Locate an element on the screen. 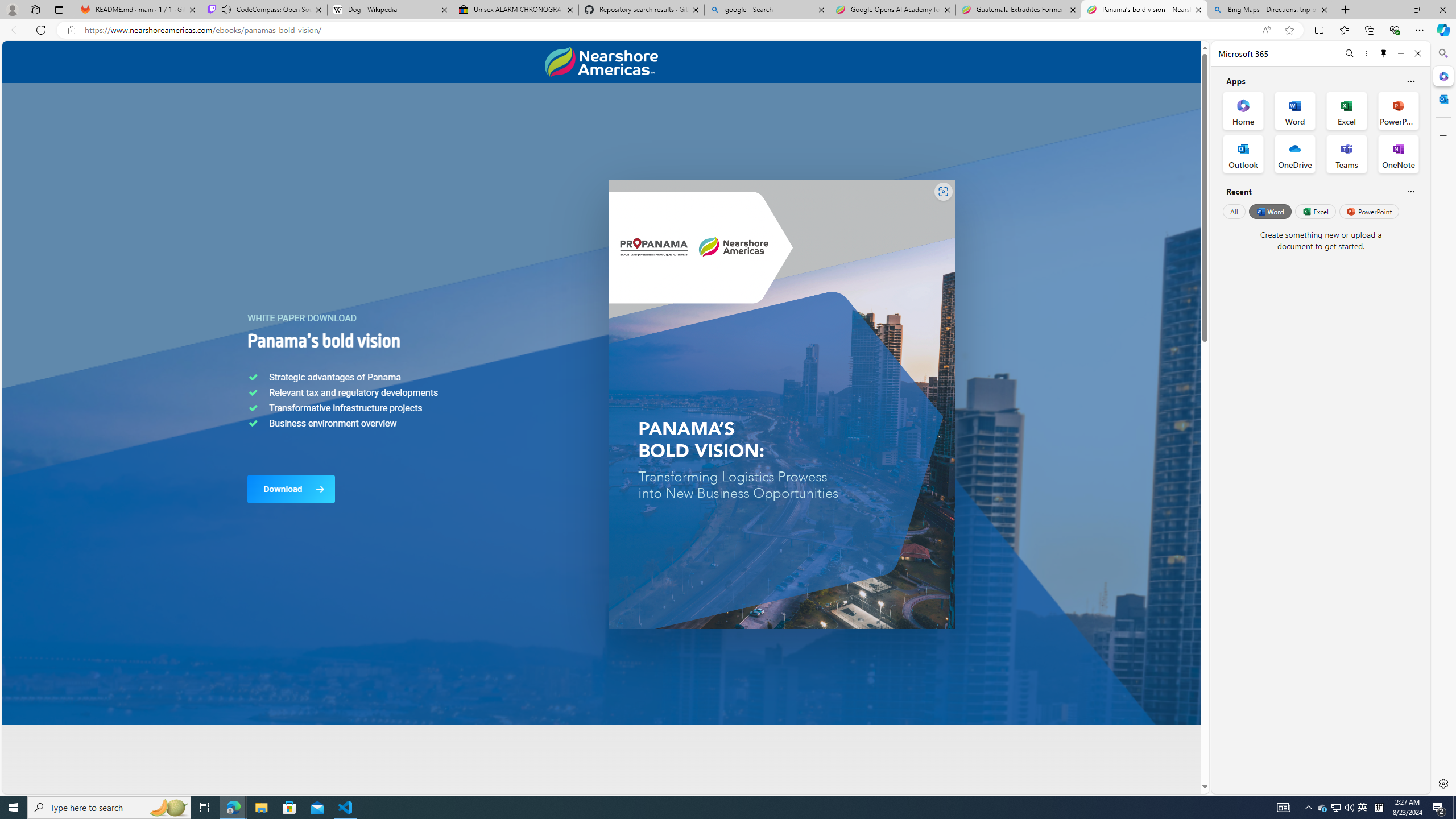 Image resolution: width=1456 pixels, height=819 pixels. 'PowerPoint' is located at coordinates (1368, 211).